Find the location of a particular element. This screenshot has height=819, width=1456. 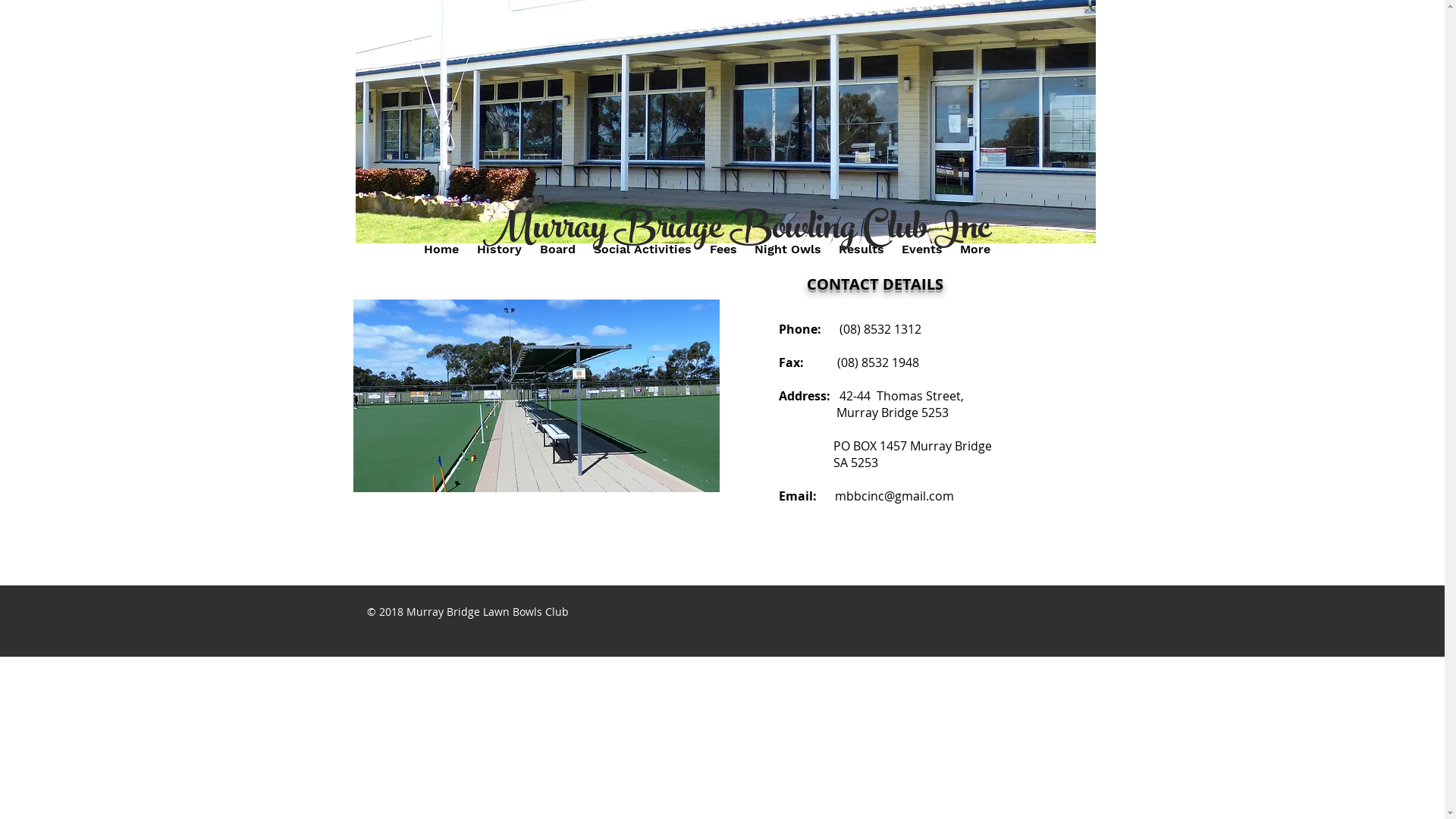

'History' is located at coordinates (498, 248).